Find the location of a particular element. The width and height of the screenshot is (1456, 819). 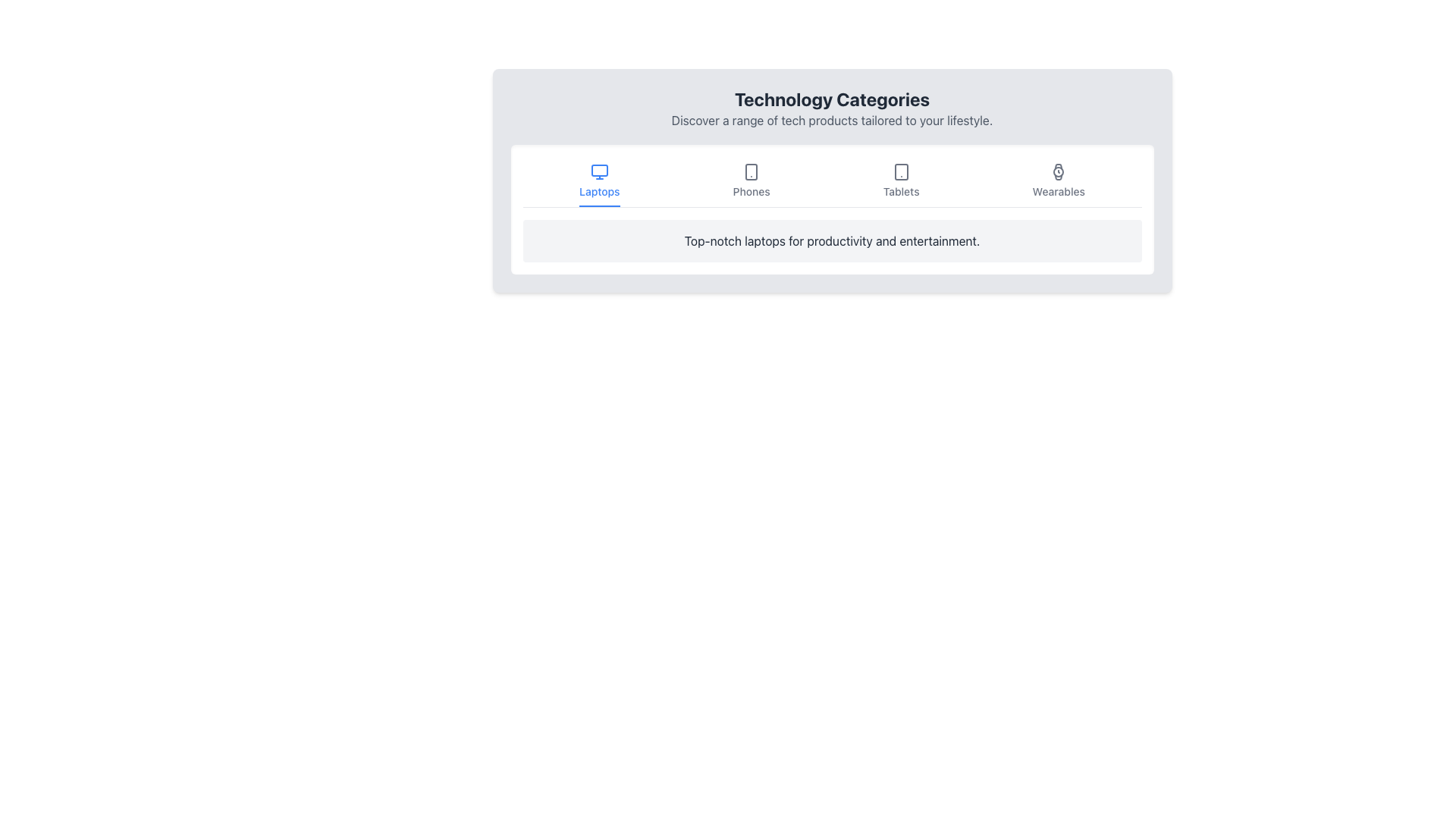

the button labeled 'Laptops' with a monitor icon, which is the first option in the technology categories menu is located at coordinates (598, 180).